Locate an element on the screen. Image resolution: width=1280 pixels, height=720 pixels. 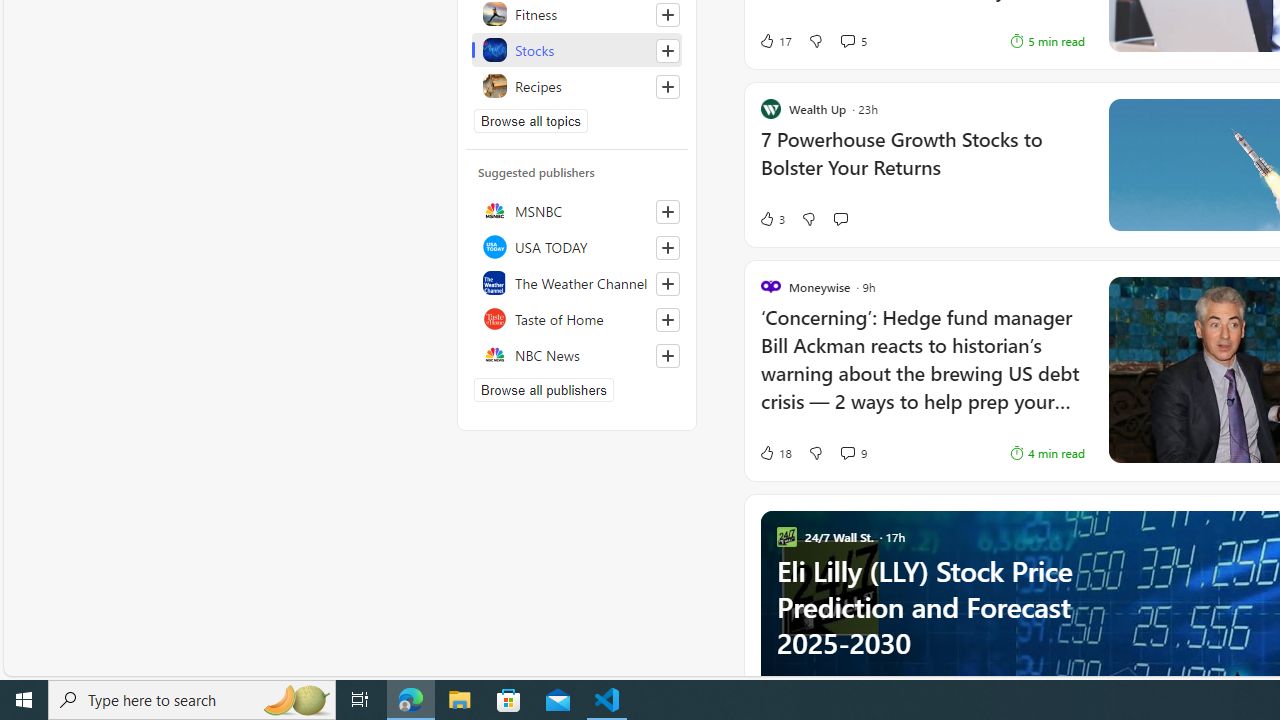
'USA TODAY' is located at coordinates (576, 245).